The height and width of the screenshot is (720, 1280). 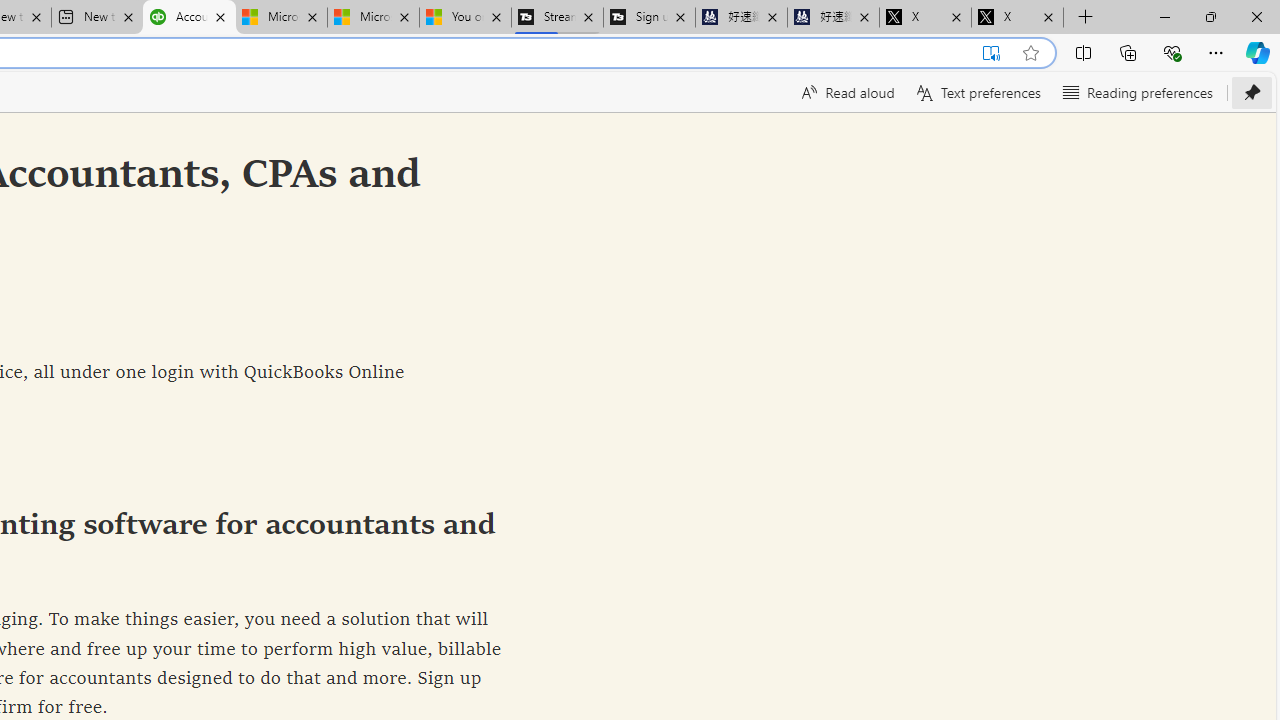 I want to click on 'Exit Immersive Reader (F9)', so click(x=991, y=52).